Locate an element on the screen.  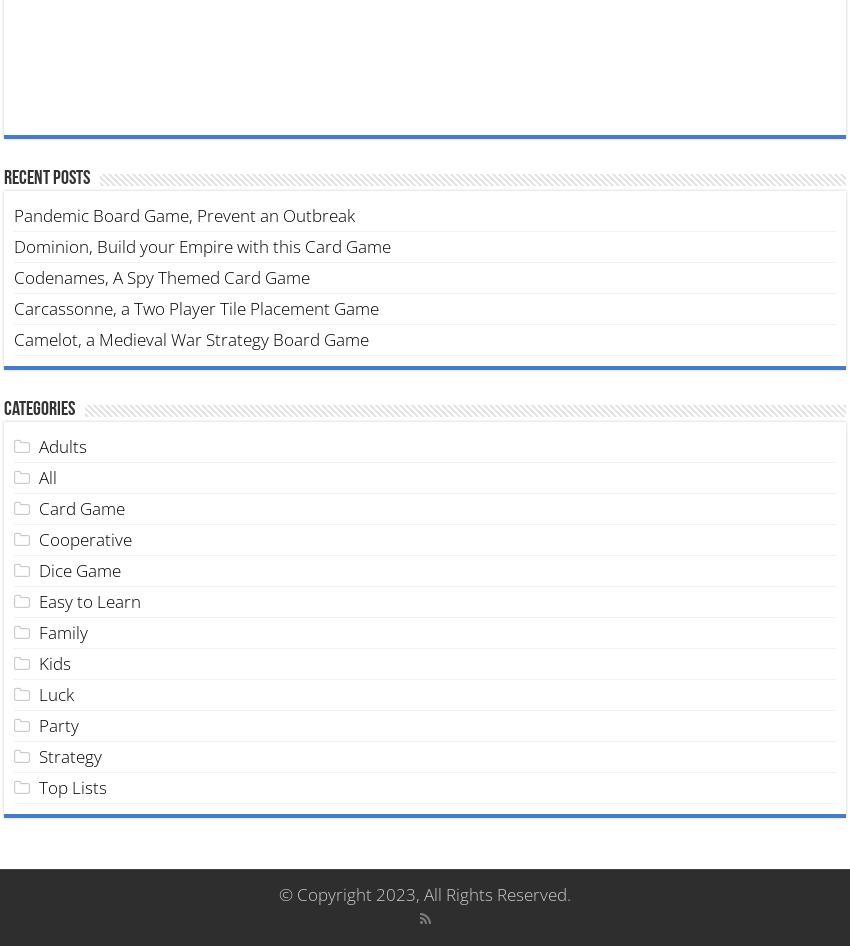
'© Copyright 2023, All Rights Reserved.' is located at coordinates (277, 892).